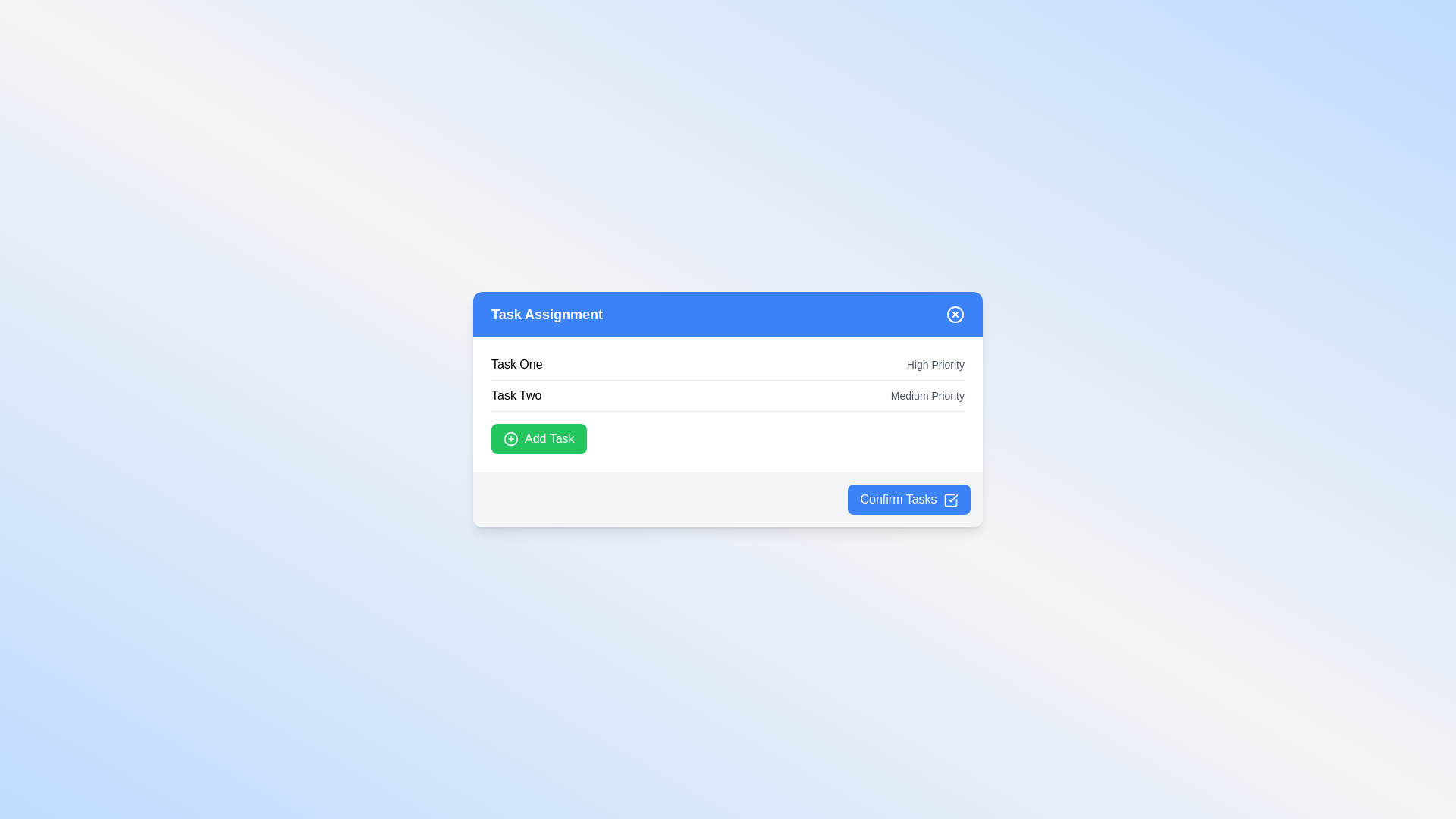 The height and width of the screenshot is (819, 1456). What do you see at coordinates (538, 438) in the screenshot?
I see `'Add Task' button to add a new task` at bounding box center [538, 438].